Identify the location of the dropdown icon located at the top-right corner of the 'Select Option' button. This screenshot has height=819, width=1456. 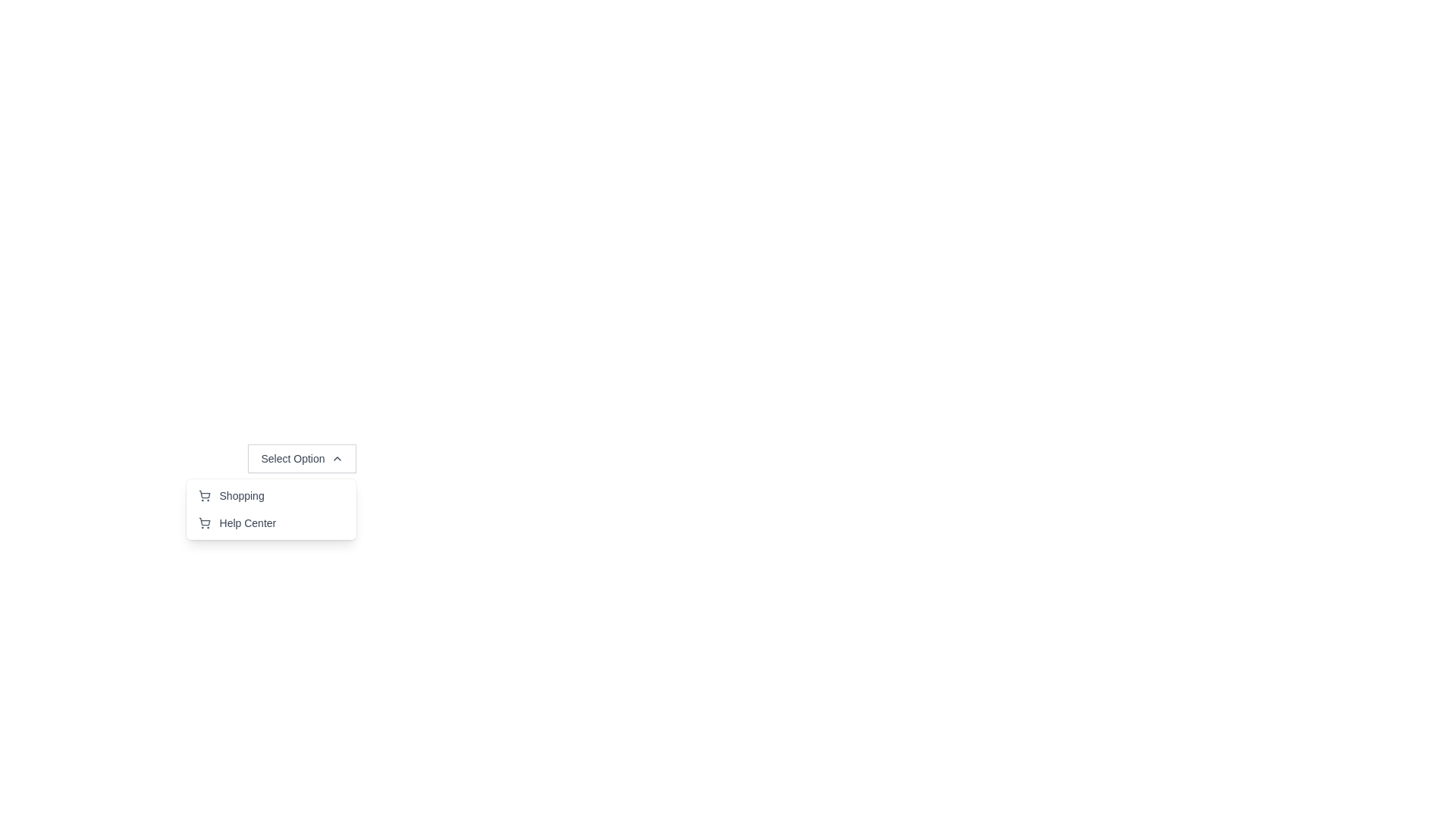
(336, 458).